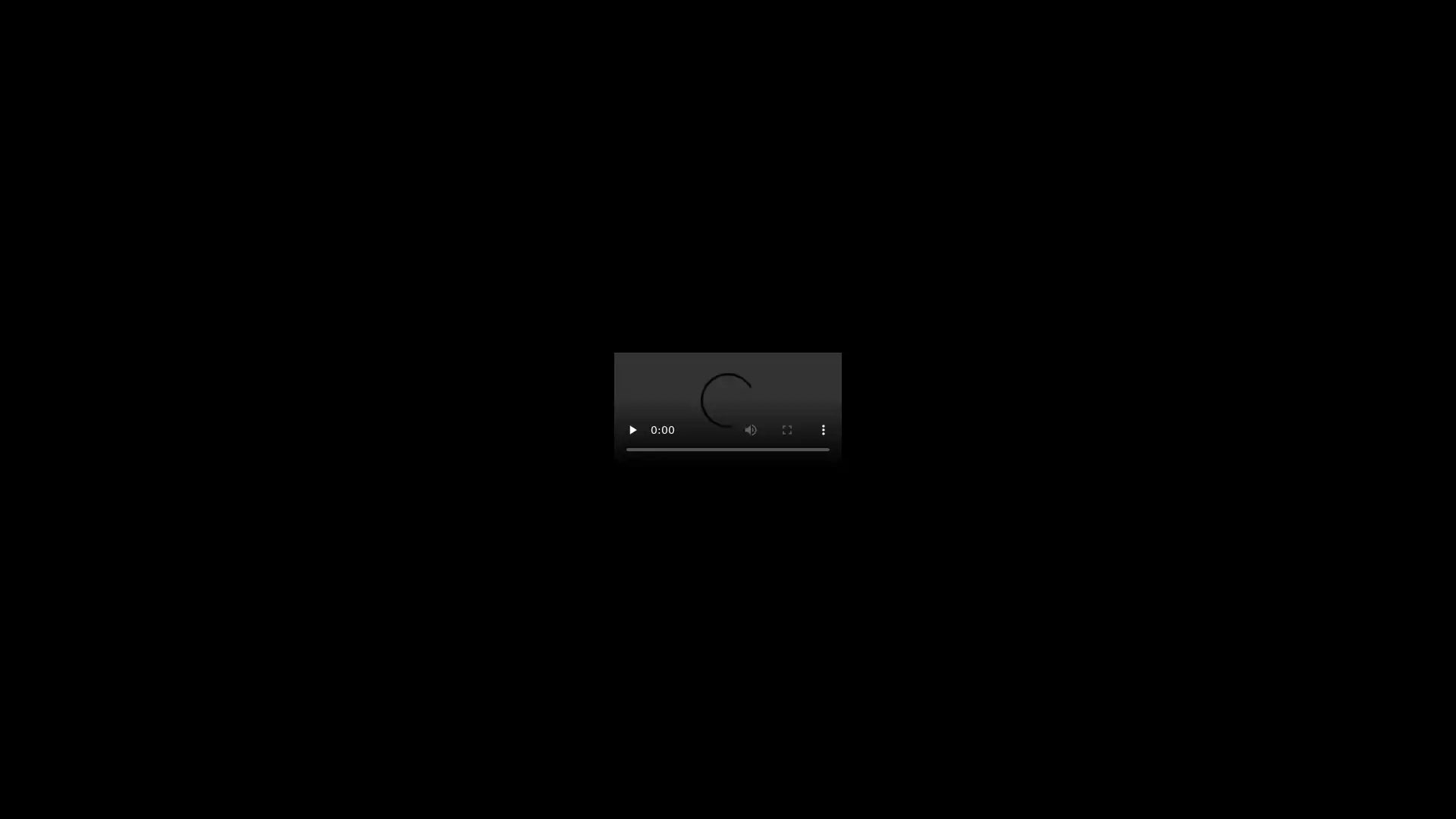  What do you see at coordinates (632, 430) in the screenshot?
I see `play` at bounding box center [632, 430].